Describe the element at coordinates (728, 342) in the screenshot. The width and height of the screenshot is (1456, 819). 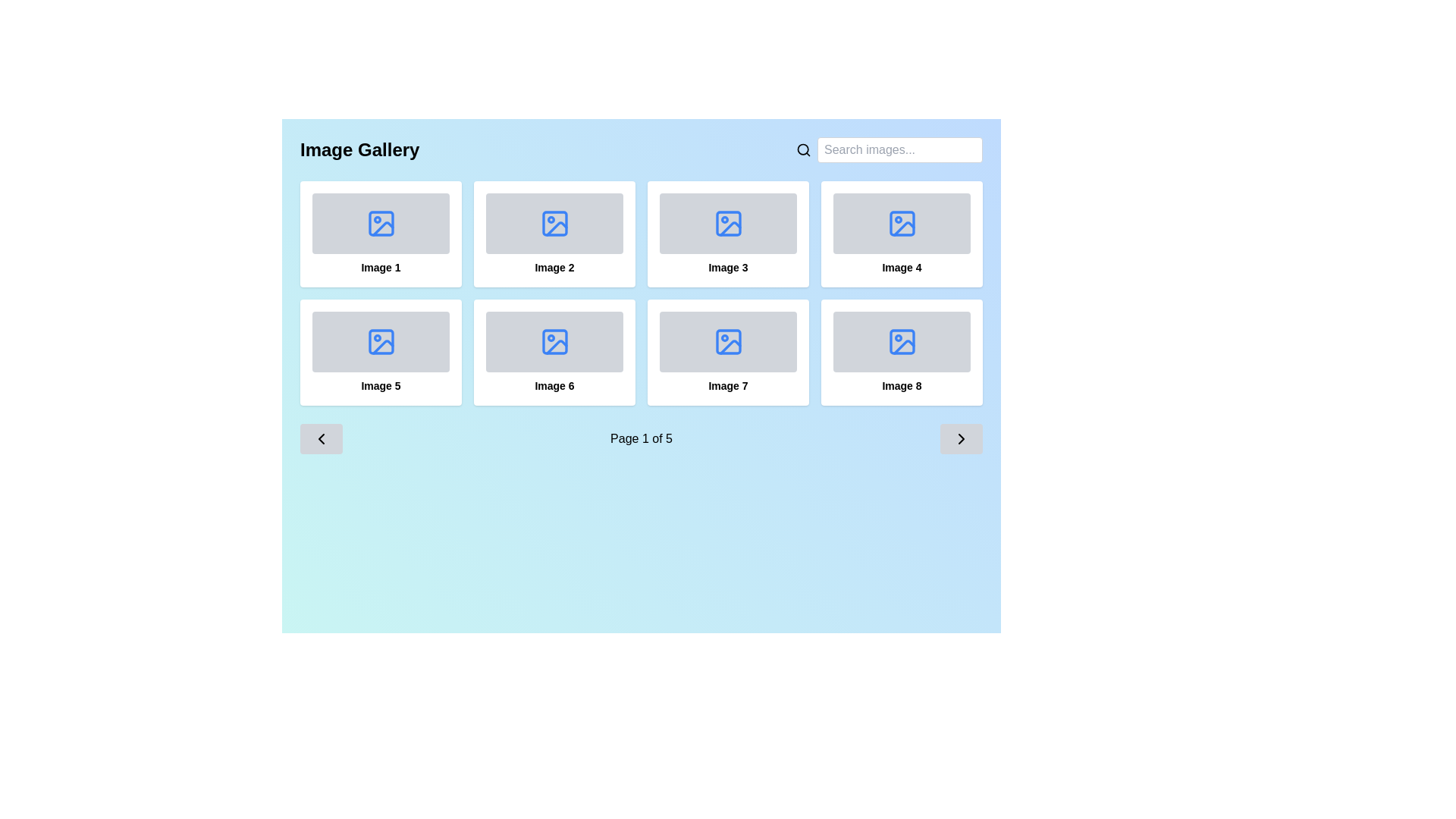
I see `the icon located in the seventh box of an 8-box grid layout, positioned in the bottom row and third column, beneath the title 'Image Gallery'` at that location.